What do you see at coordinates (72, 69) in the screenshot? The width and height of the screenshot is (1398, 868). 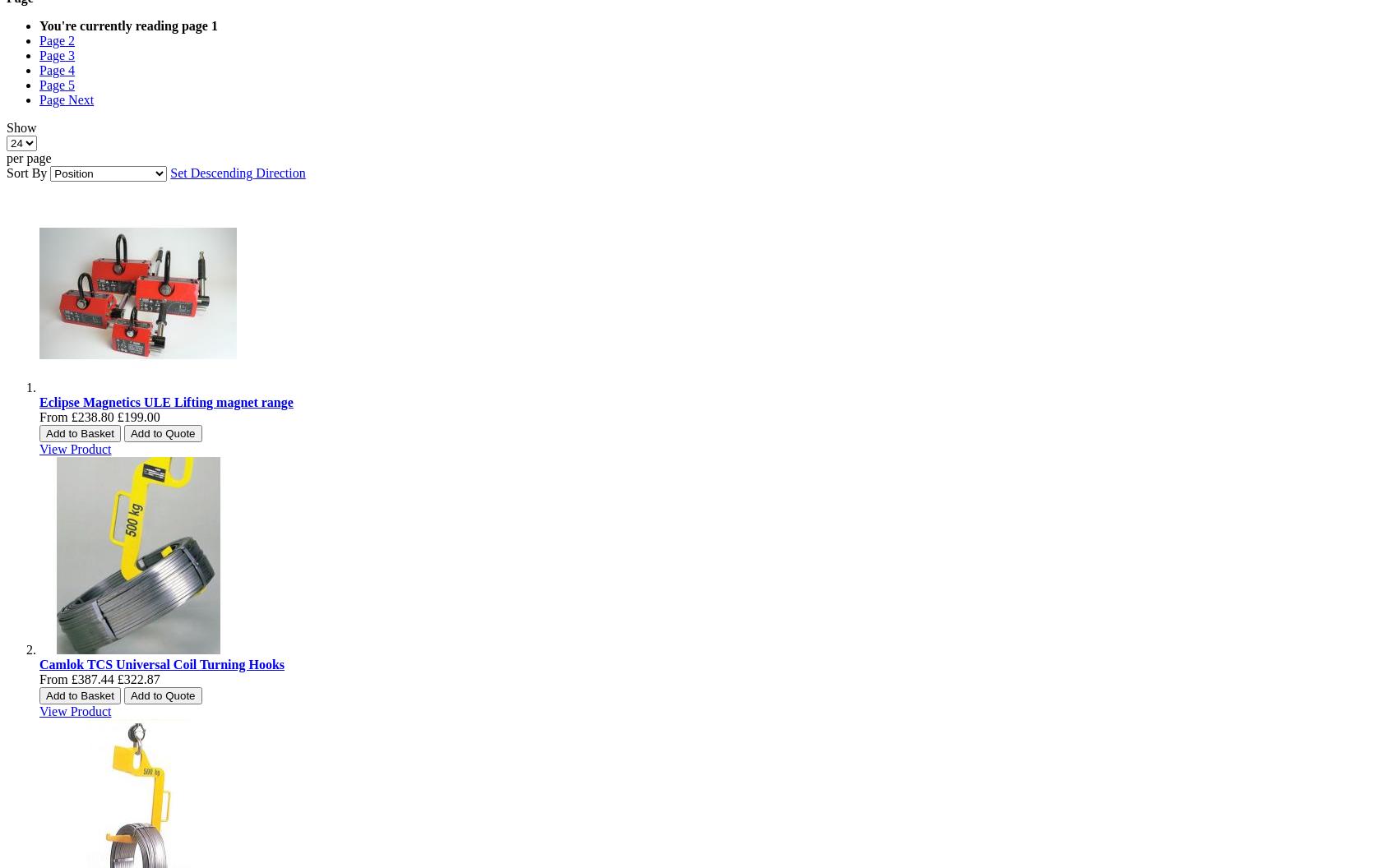 I see `'4'` at bounding box center [72, 69].